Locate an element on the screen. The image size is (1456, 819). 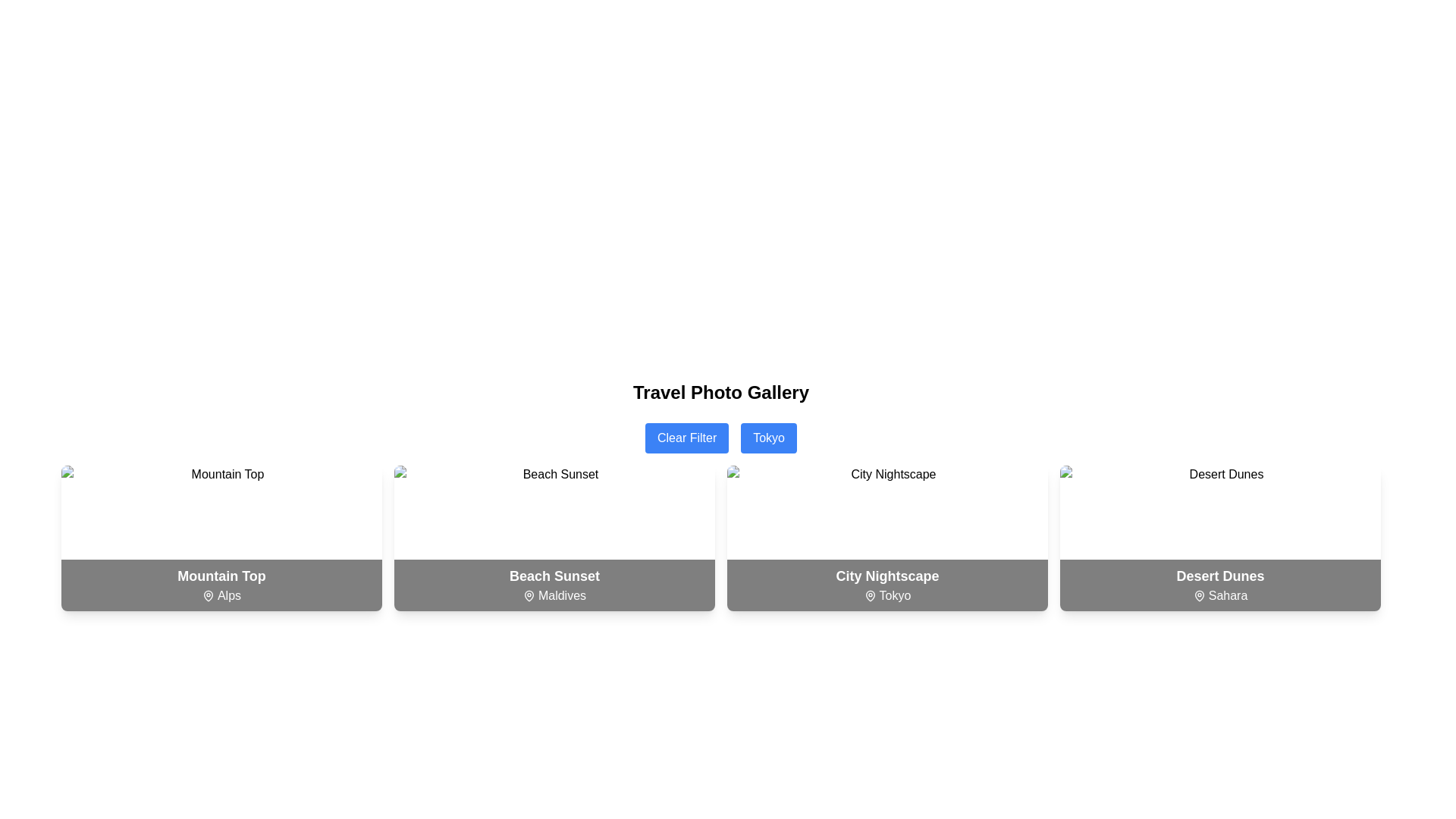
the map pin icon located on the second card from the left in the photo gallery, positioned under the 'Beach Sunset' label and above the 'Maldives' text is located at coordinates (529, 595).